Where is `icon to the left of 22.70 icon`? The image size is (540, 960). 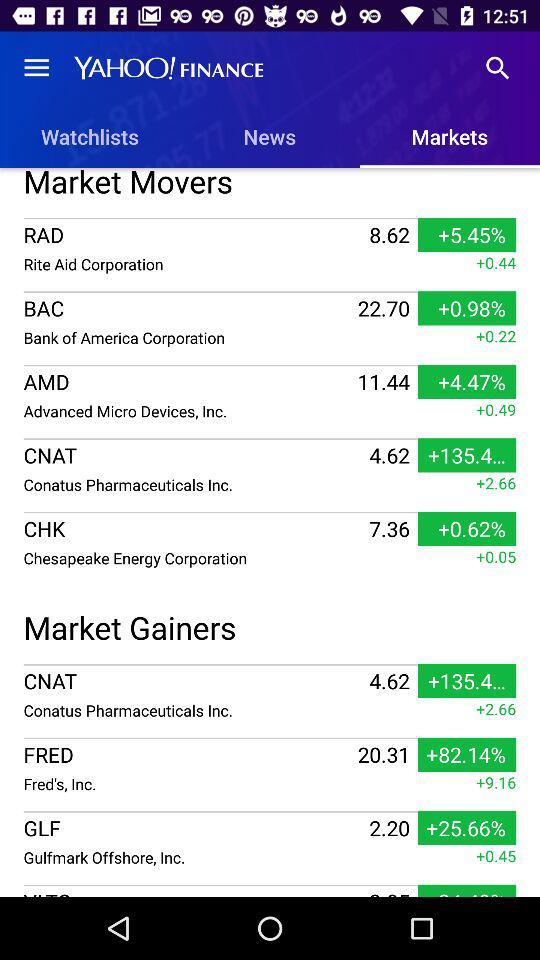 icon to the left of 22.70 icon is located at coordinates (188, 337).